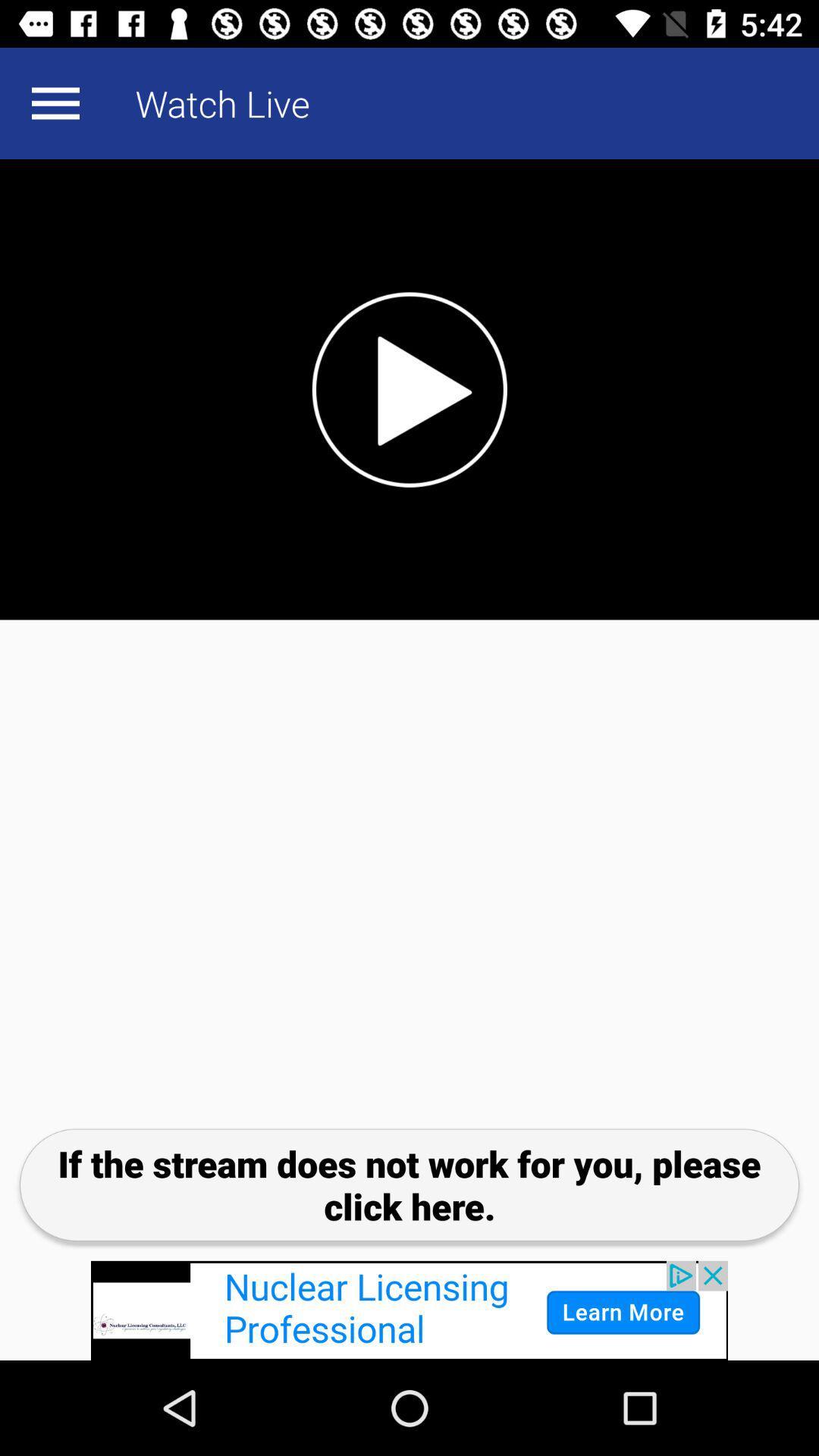 Image resolution: width=819 pixels, height=1456 pixels. Describe the element at coordinates (409, 389) in the screenshot. I see `the video` at that location.